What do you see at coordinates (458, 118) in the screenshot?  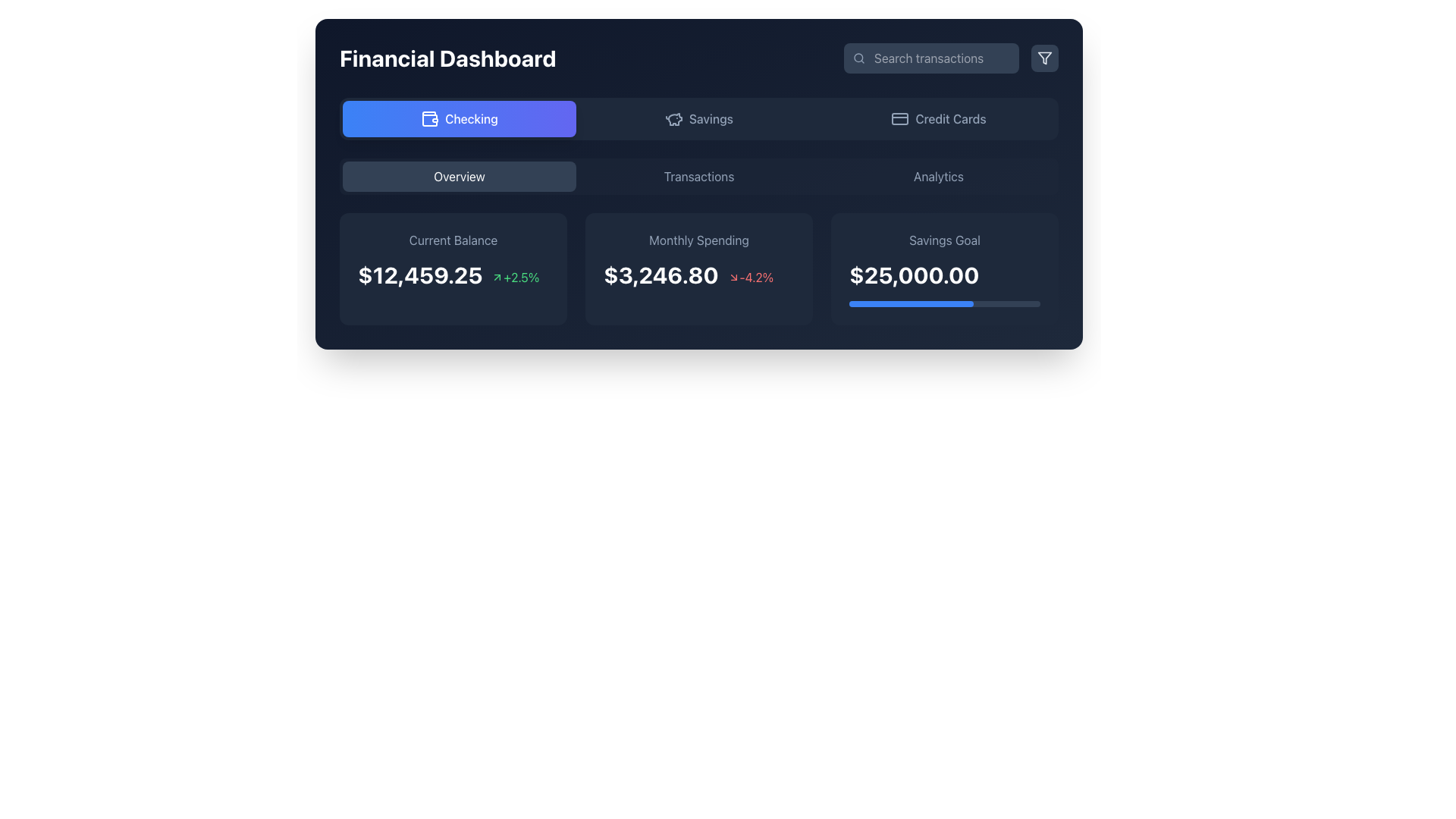 I see `the 'Checking' account details button, which is the first button in a row of three buttons, located to the left of the 'Savings' and 'Credit Cards' buttons, to trigger a visual response` at bounding box center [458, 118].